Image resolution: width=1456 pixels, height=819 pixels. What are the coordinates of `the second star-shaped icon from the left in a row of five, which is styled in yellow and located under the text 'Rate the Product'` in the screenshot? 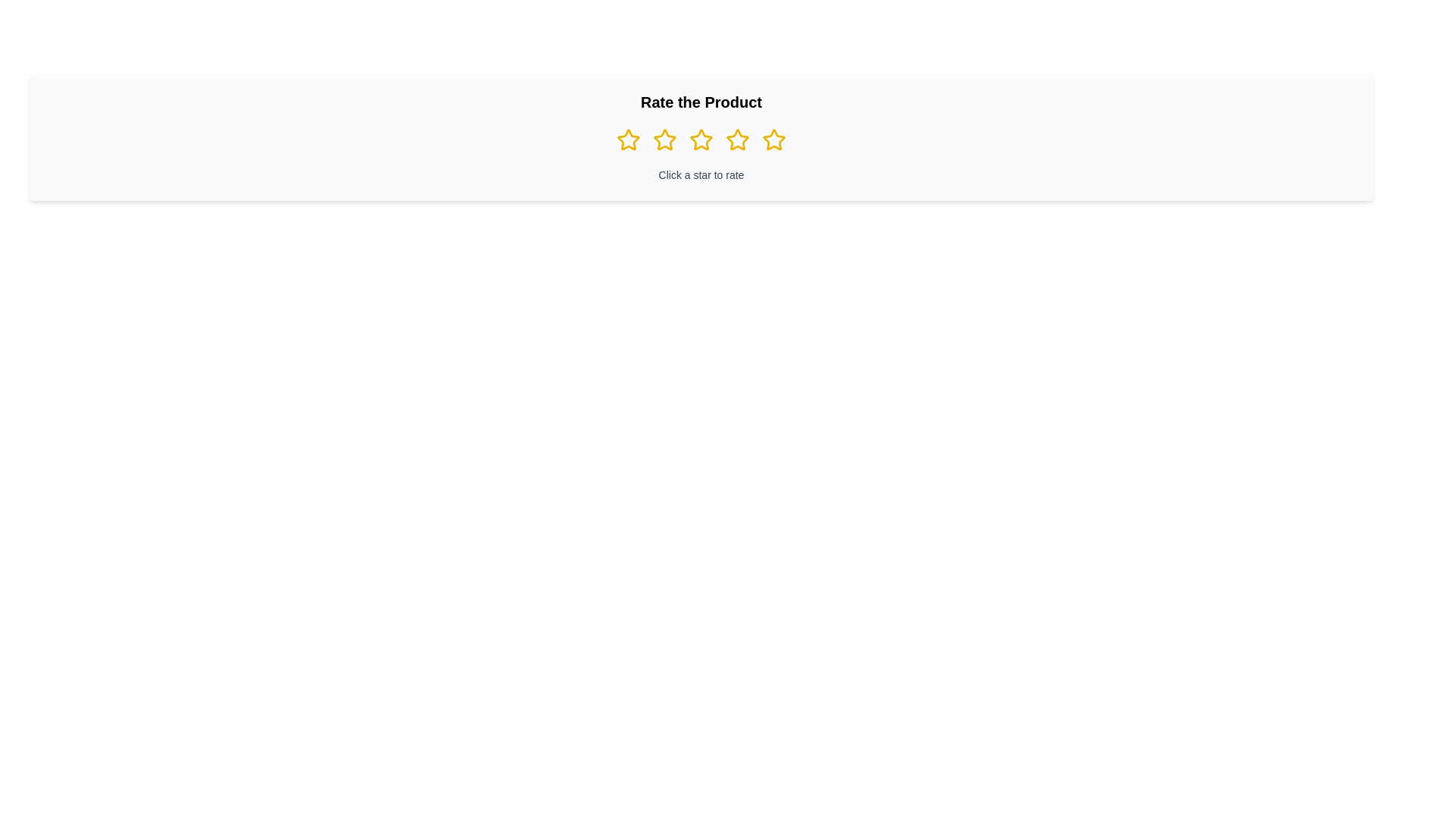 It's located at (665, 140).